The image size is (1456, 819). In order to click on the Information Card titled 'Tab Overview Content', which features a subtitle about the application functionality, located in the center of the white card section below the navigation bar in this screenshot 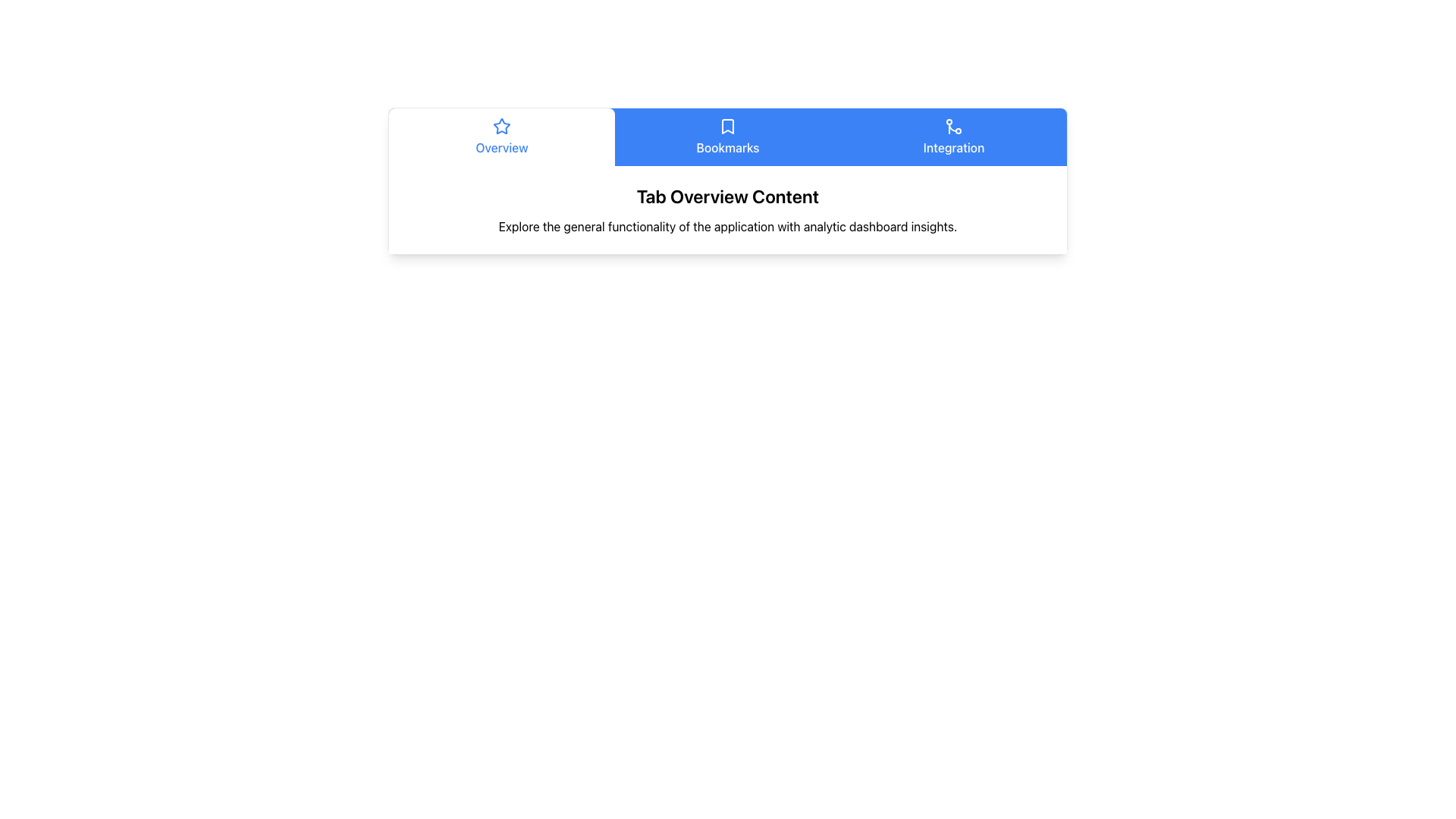, I will do `click(728, 210)`.